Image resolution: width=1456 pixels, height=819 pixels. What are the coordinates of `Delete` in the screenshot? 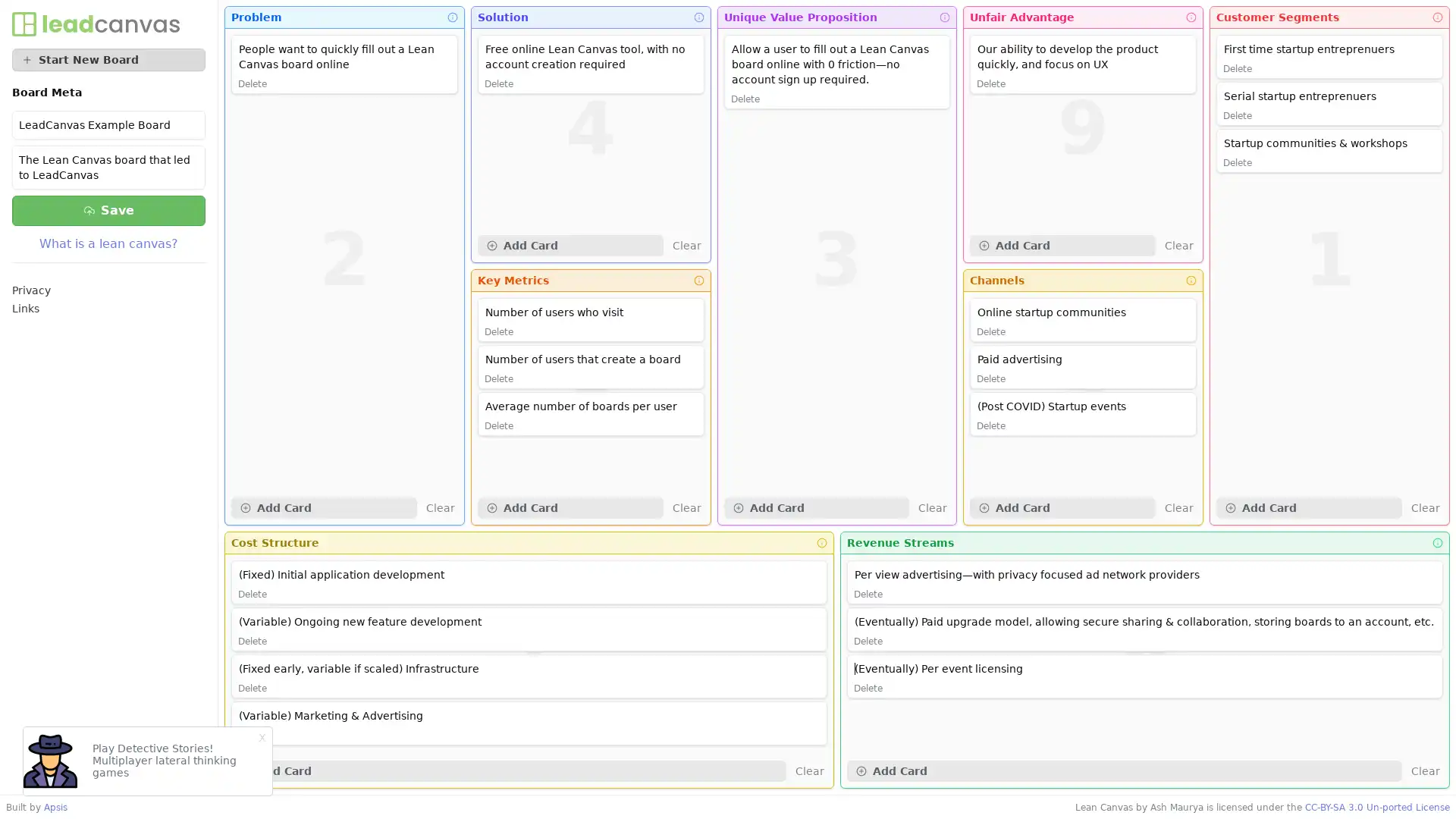 It's located at (1238, 69).